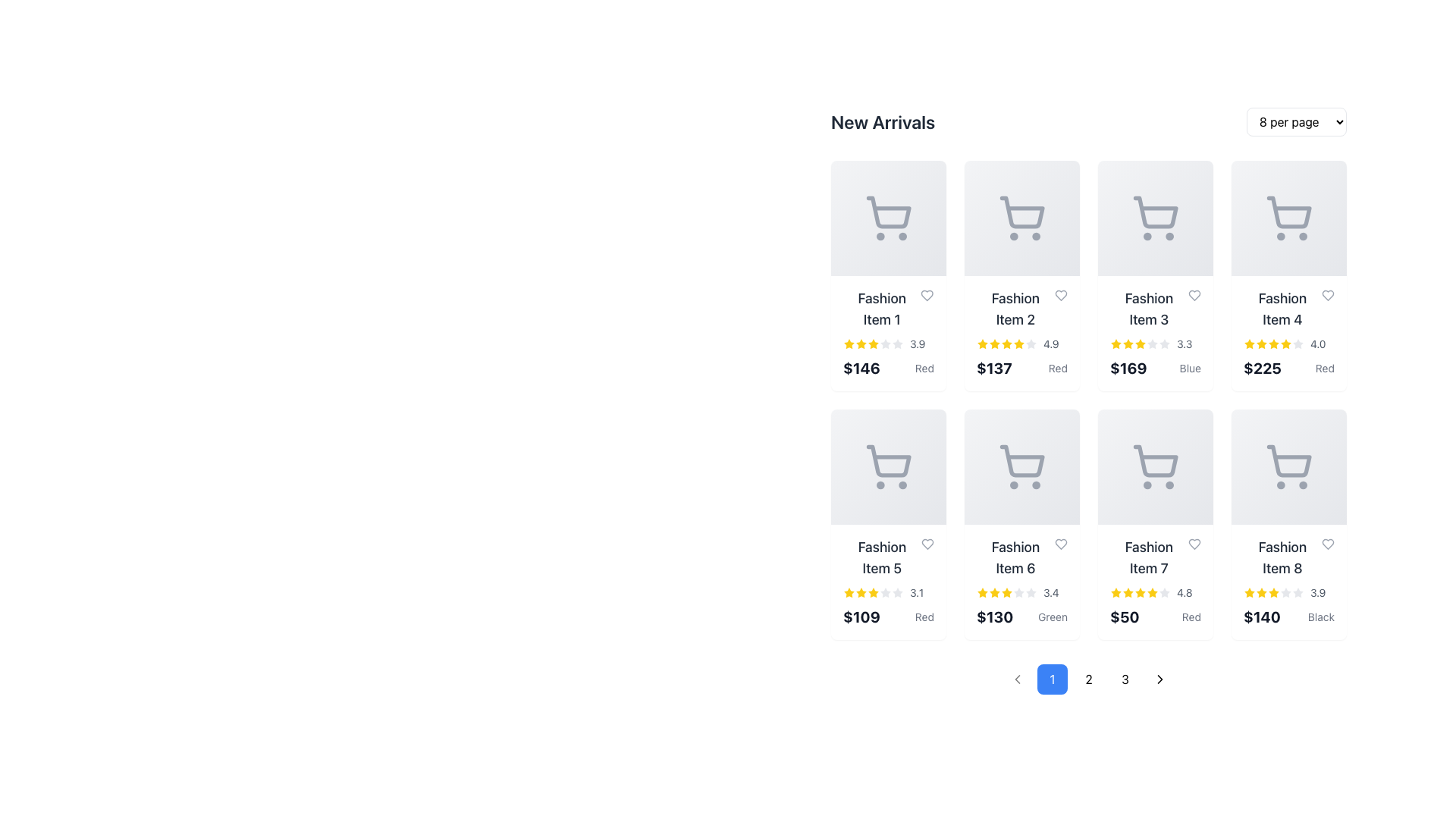 This screenshot has height=819, width=1456. What do you see at coordinates (1194, 543) in the screenshot?
I see `the heart icon button located at the top-right corner of the card displaying 'Fashion Item 7' to favorite the item` at bounding box center [1194, 543].